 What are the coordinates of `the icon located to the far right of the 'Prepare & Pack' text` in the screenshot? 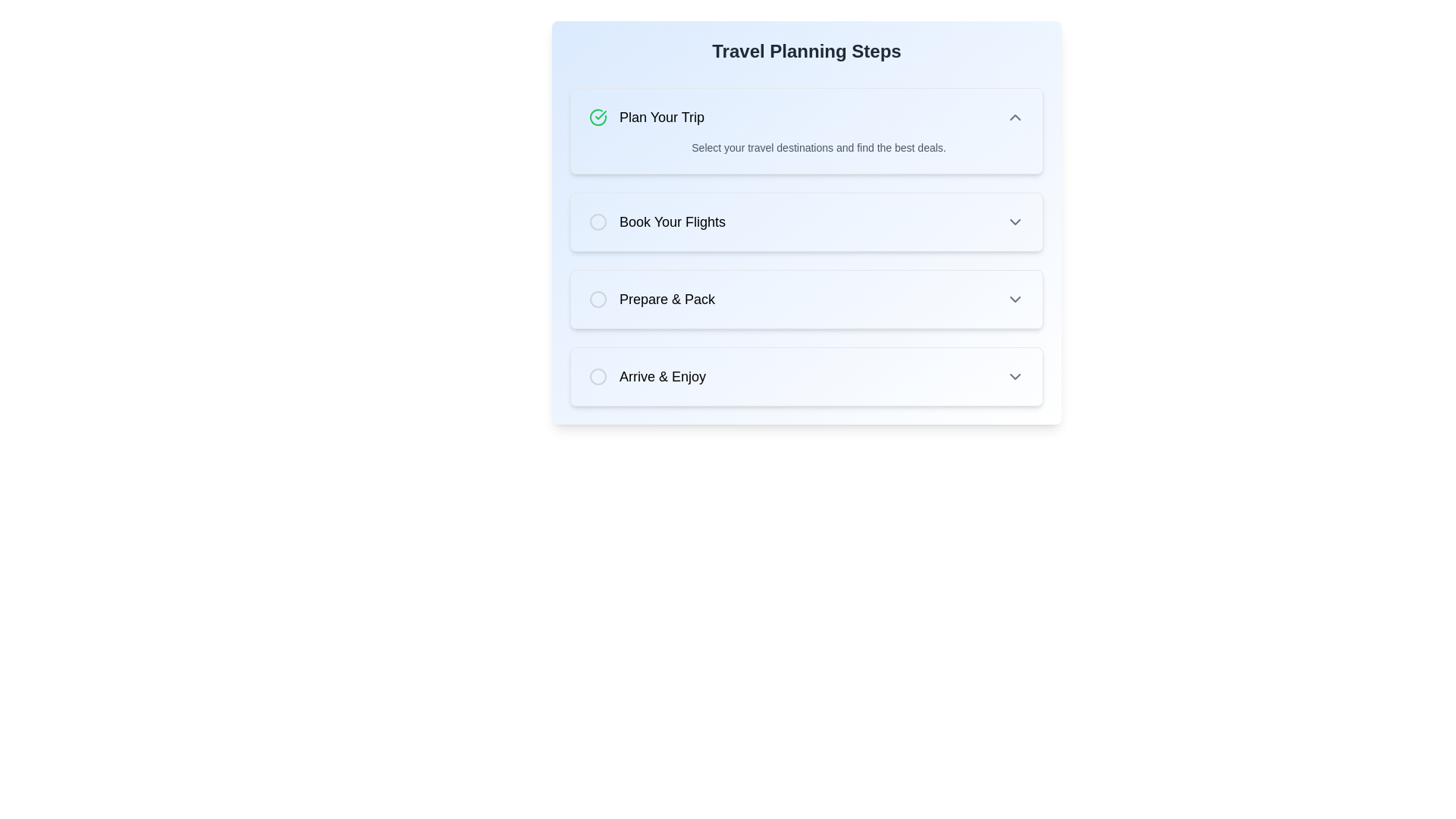 It's located at (1015, 299).